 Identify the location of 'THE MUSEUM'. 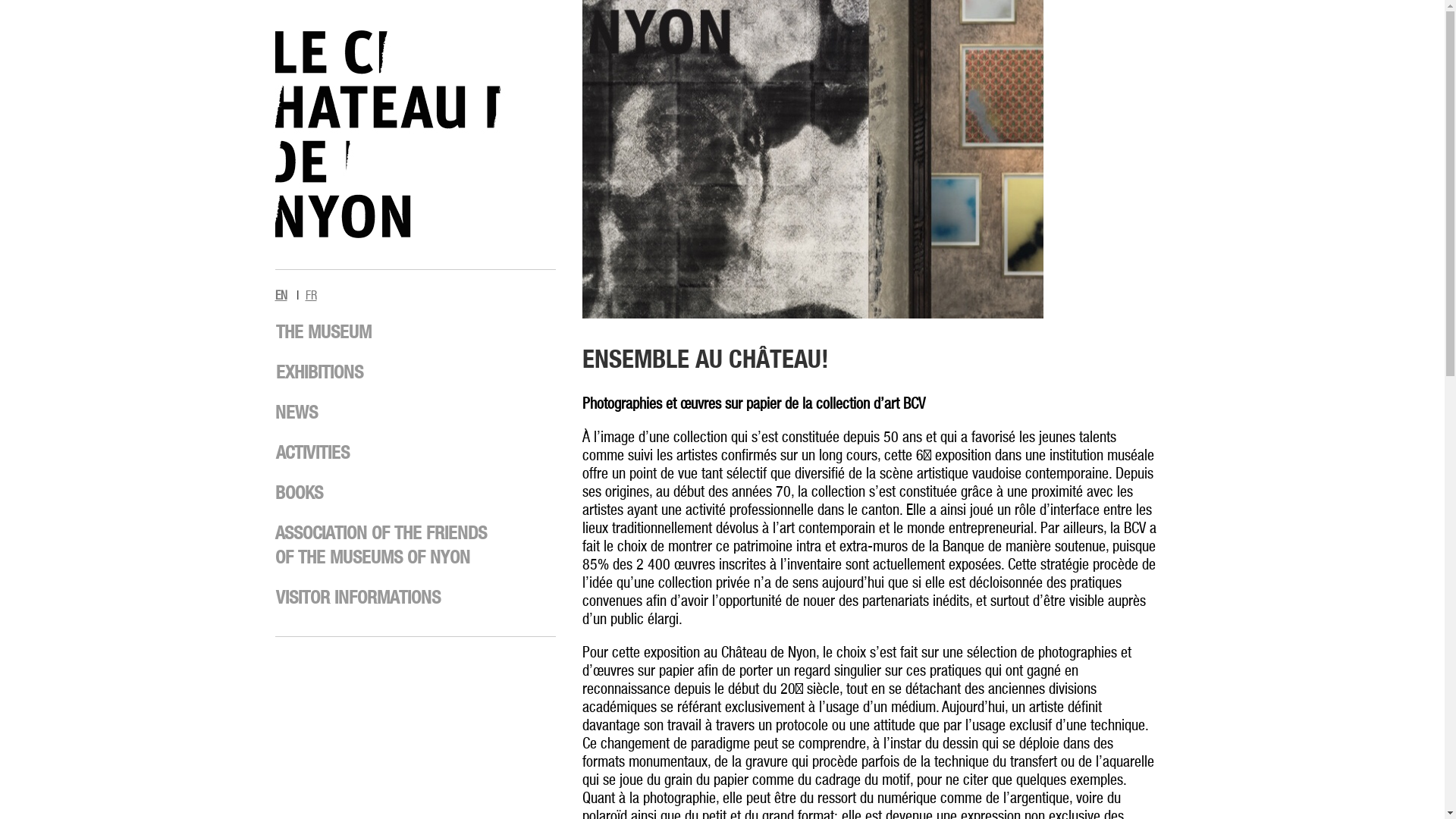
(323, 330).